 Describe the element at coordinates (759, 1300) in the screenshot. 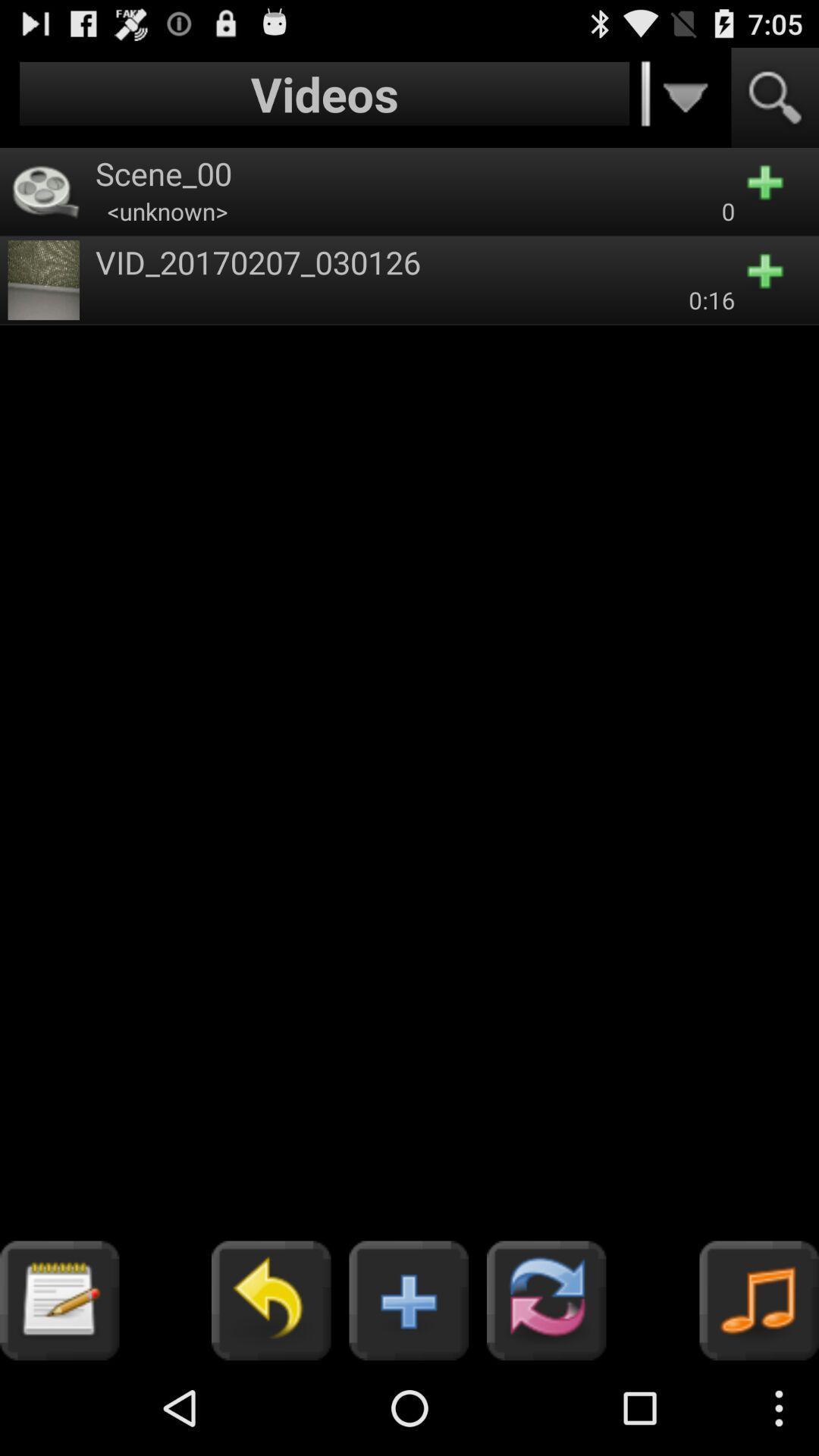

I see `the music icon on the bottom right corner of the web page` at that location.